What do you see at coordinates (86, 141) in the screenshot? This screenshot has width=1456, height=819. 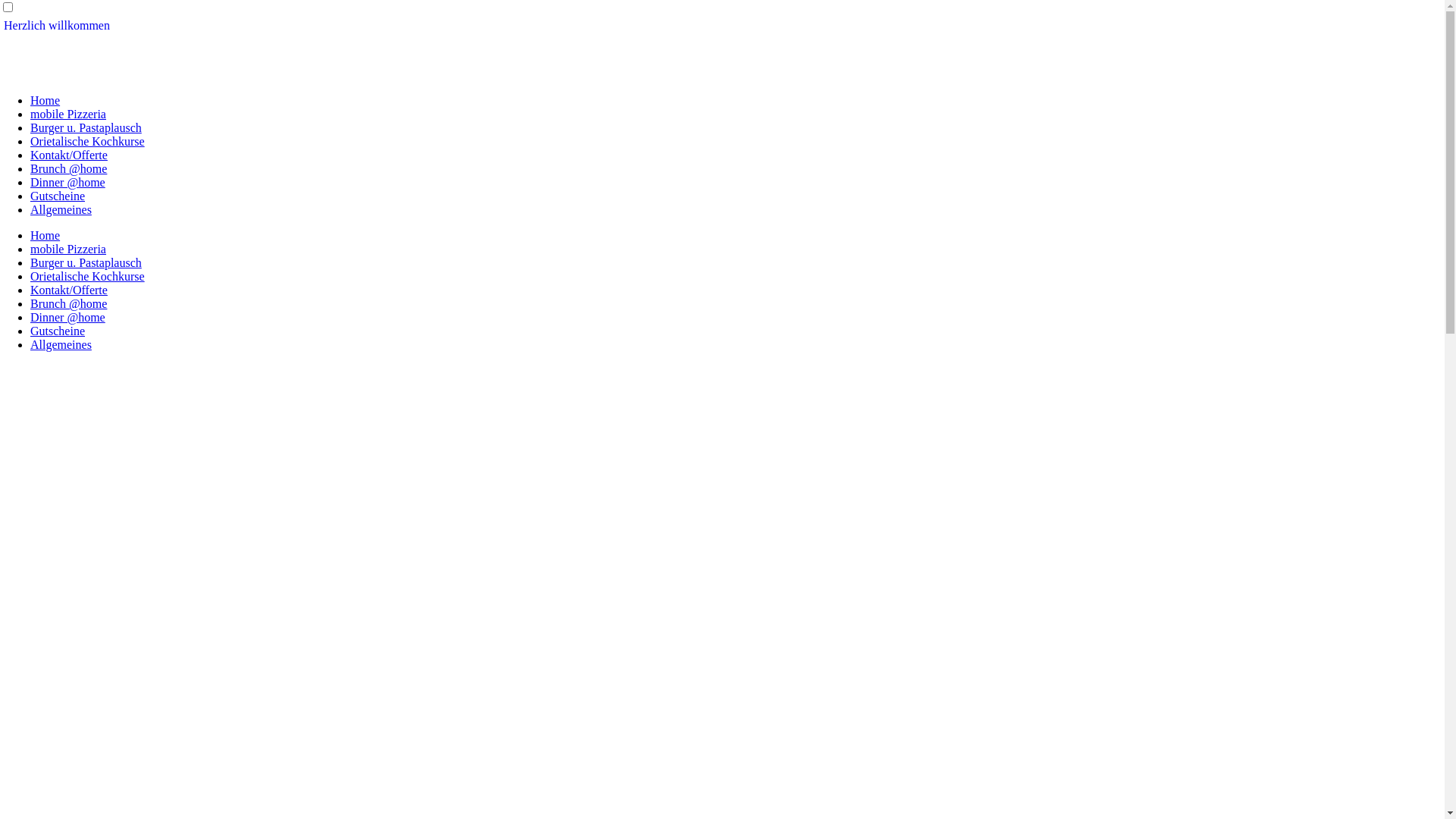 I see `'Orietalische Kochkurse'` at bounding box center [86, 141].